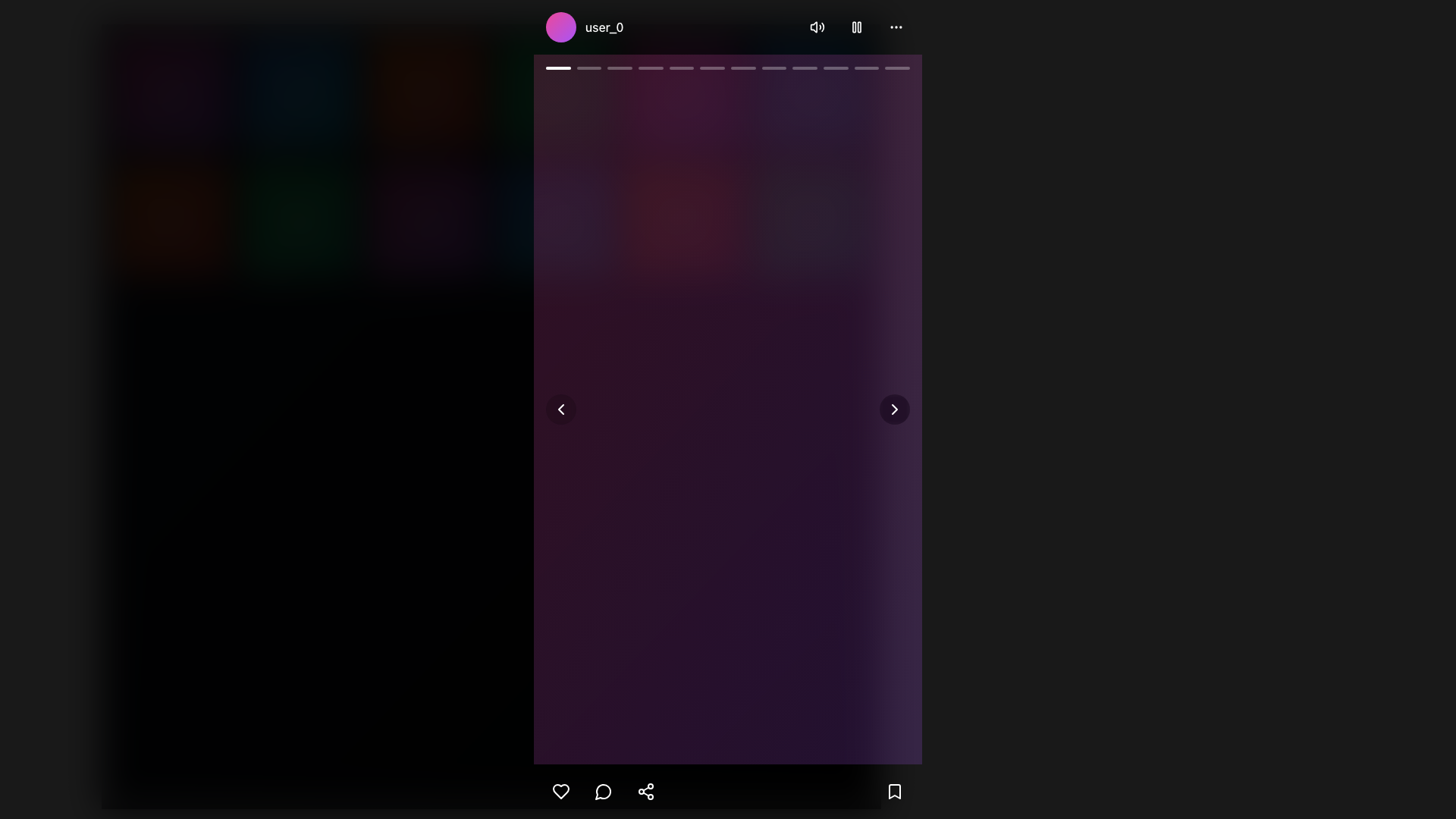  What do you see at coordinates (584, 27) in the screenshot?
I see `the user identifier composite component that displays the avatar and text label` at bounding box center [584, 27].